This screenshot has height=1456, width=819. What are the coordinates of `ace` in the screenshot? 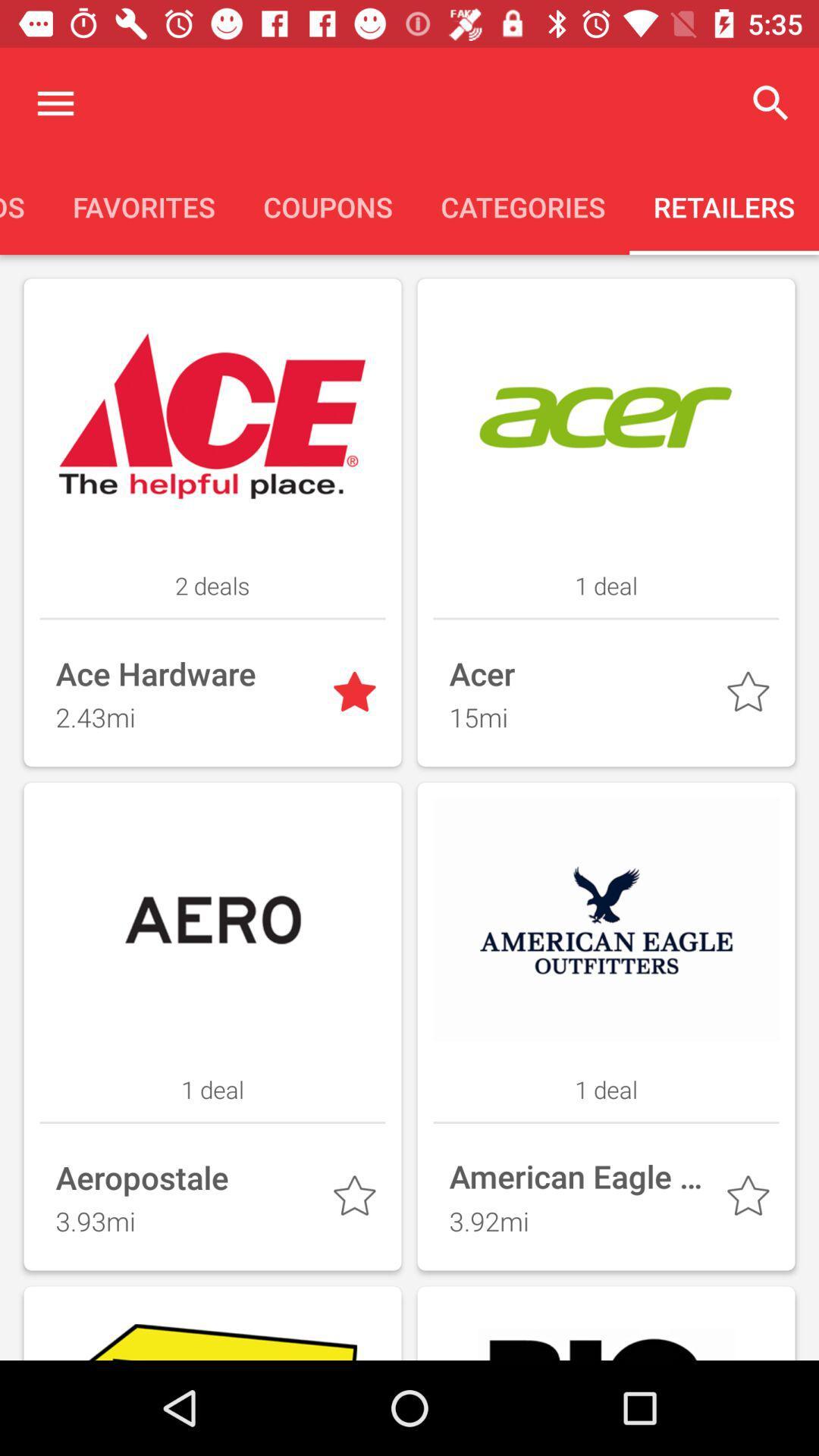 It's located at (357, 695).